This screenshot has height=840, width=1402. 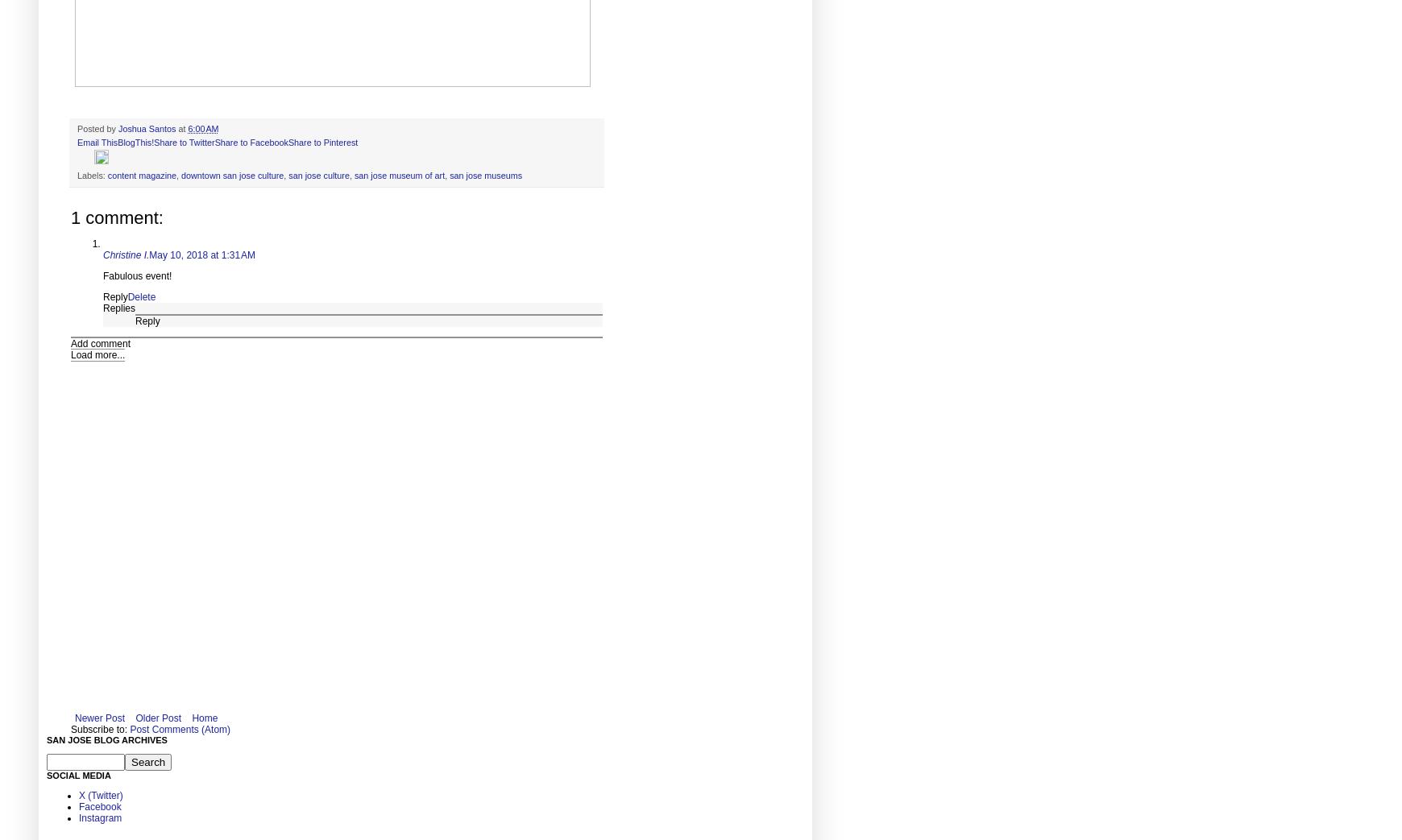 I want to click on 'X (Twitter)', so click(x=99, y=794).